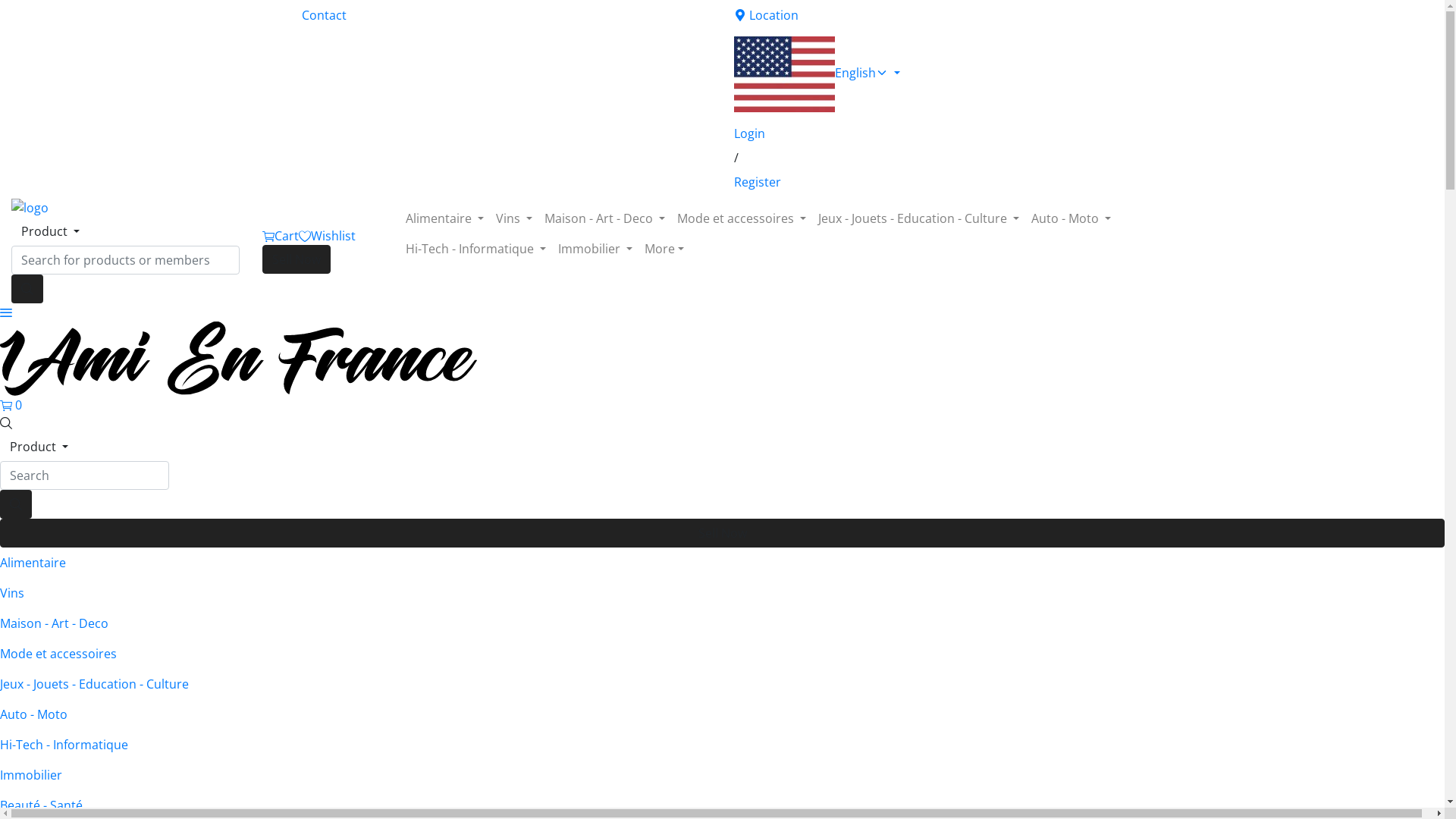 The height and width of the screenshot is (819, 1456). I want to click on 'English', so click(938, 74).